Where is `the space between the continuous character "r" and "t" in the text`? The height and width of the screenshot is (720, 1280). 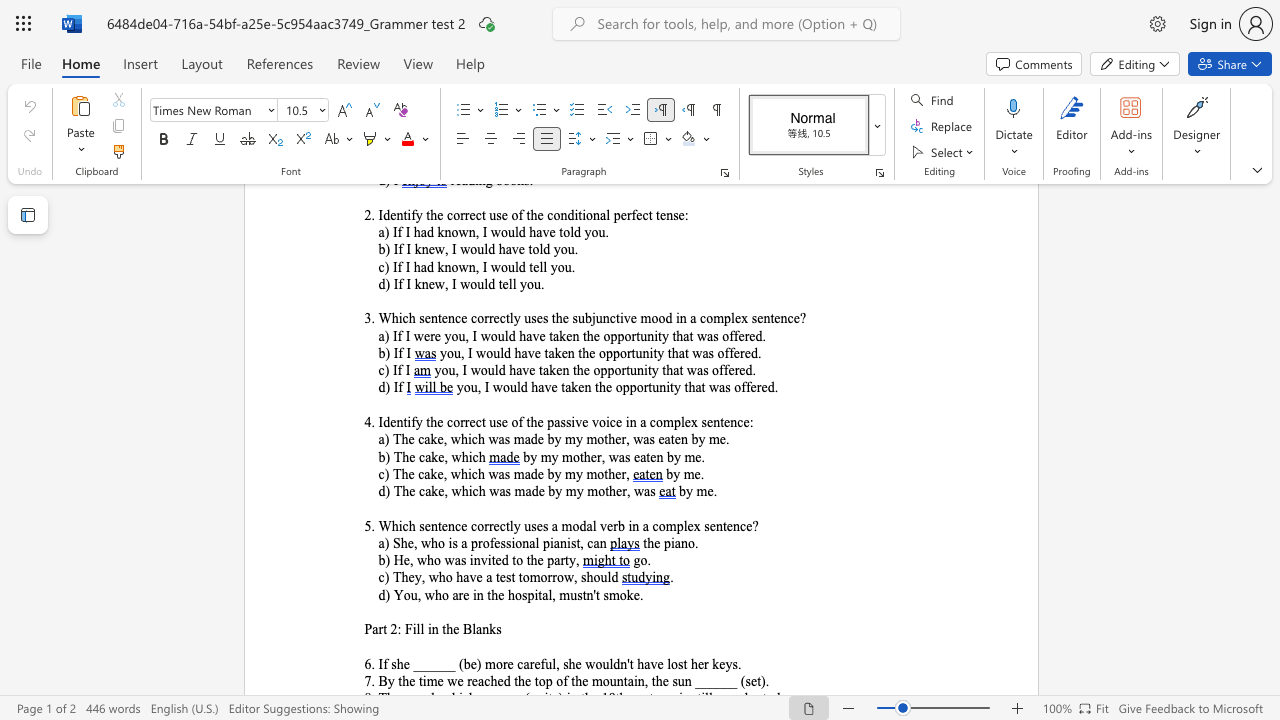
the space between the continuous character "r" and "t" in the text is located at coordinates (382, 628).